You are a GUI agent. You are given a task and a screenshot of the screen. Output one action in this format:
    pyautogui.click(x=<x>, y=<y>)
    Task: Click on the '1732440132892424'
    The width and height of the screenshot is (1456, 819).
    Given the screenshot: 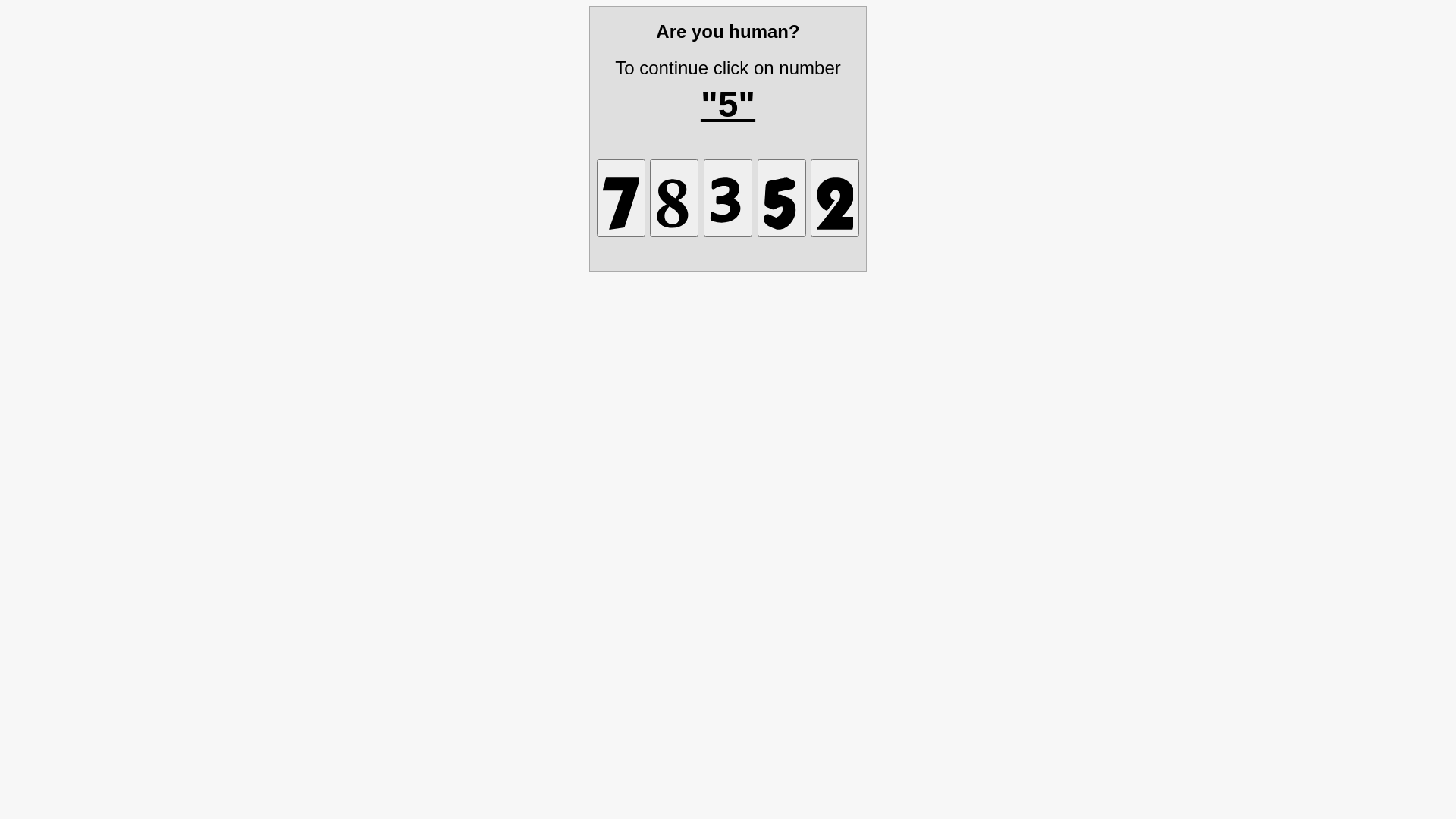 What is the action you would take?
    pyautogui.click(x=810, y=197)
    